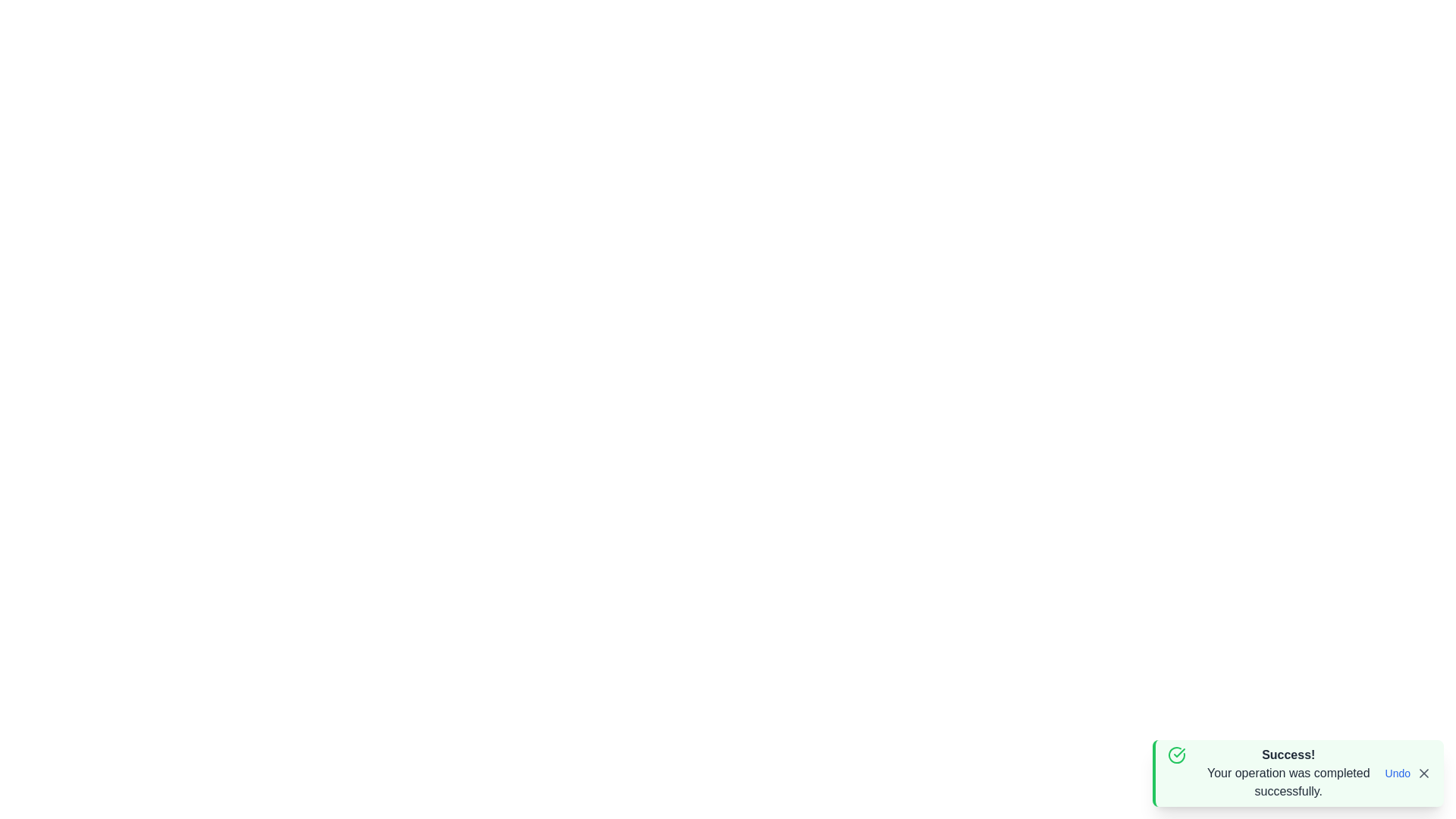  I want to click on 'Undo' button on the snackbar, so click(1397, 773).